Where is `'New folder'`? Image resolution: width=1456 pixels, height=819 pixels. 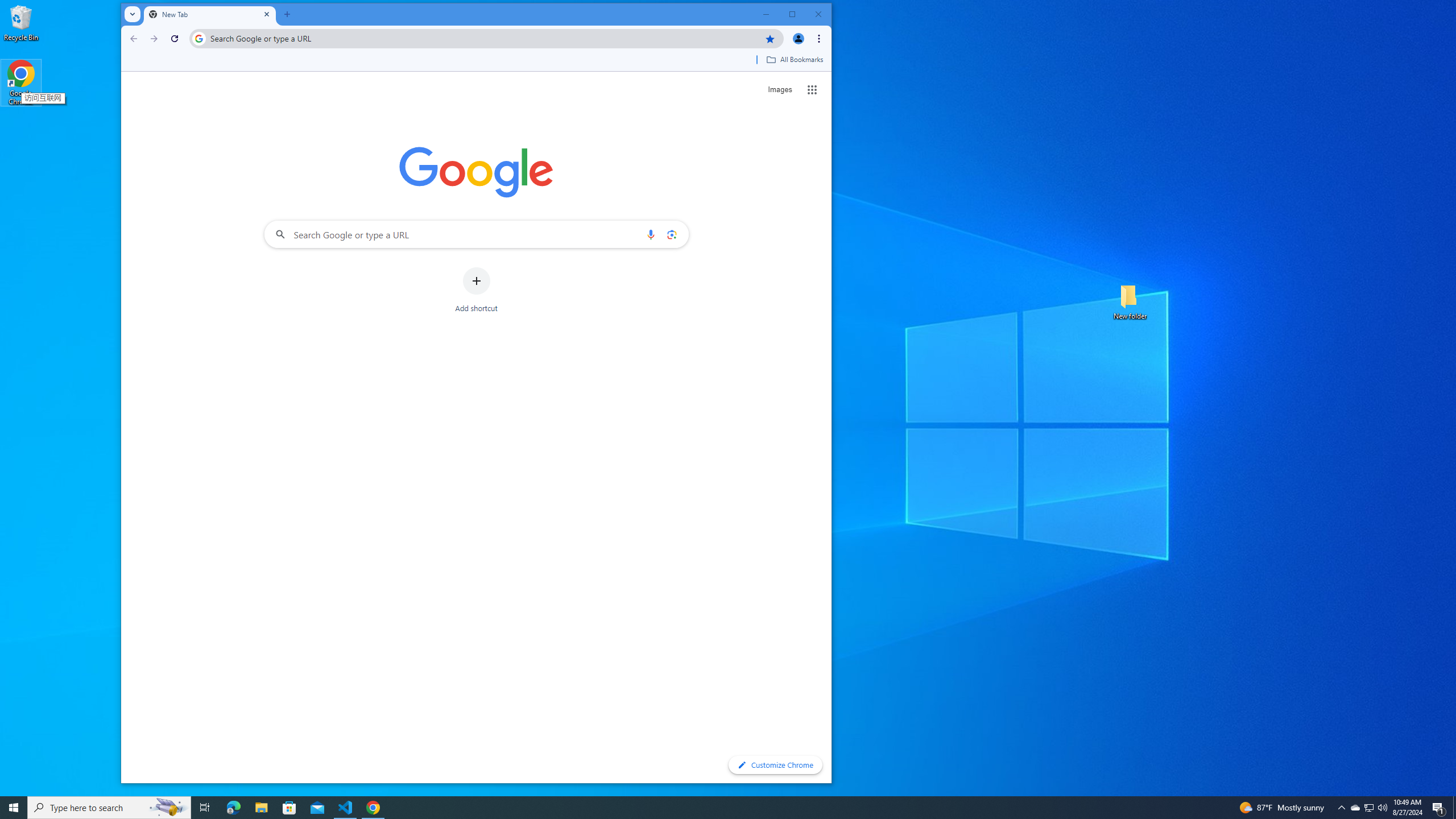
'New folder' is located at coordinates (1130, 300).